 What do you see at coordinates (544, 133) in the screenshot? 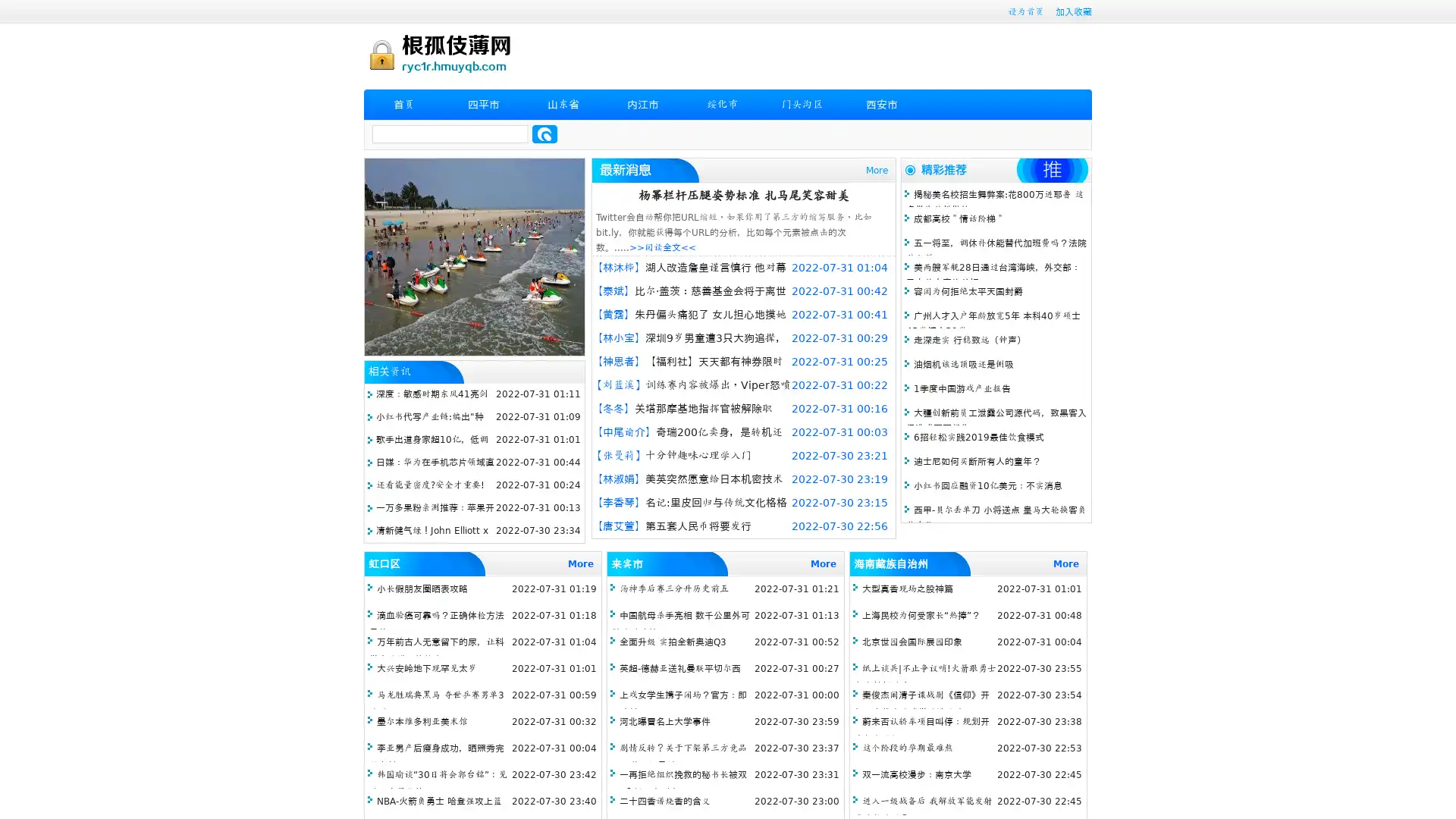
I see `Search` at bounding box center [544, 133].